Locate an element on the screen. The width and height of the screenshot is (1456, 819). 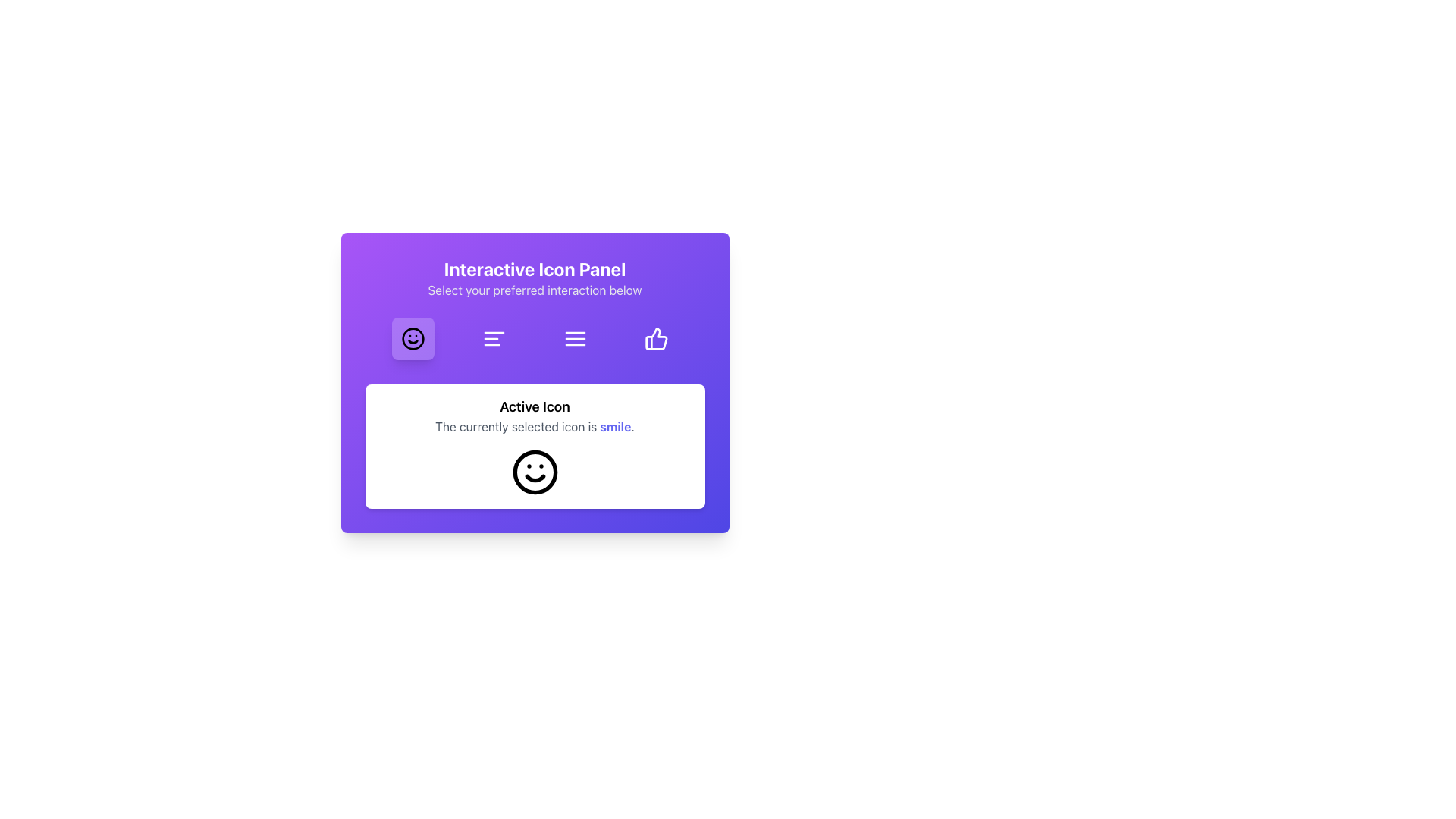
the header and sub-header text block at the top center of the purple card with a gradient background, which prompts user interaction is located at coordinates (535, 278).